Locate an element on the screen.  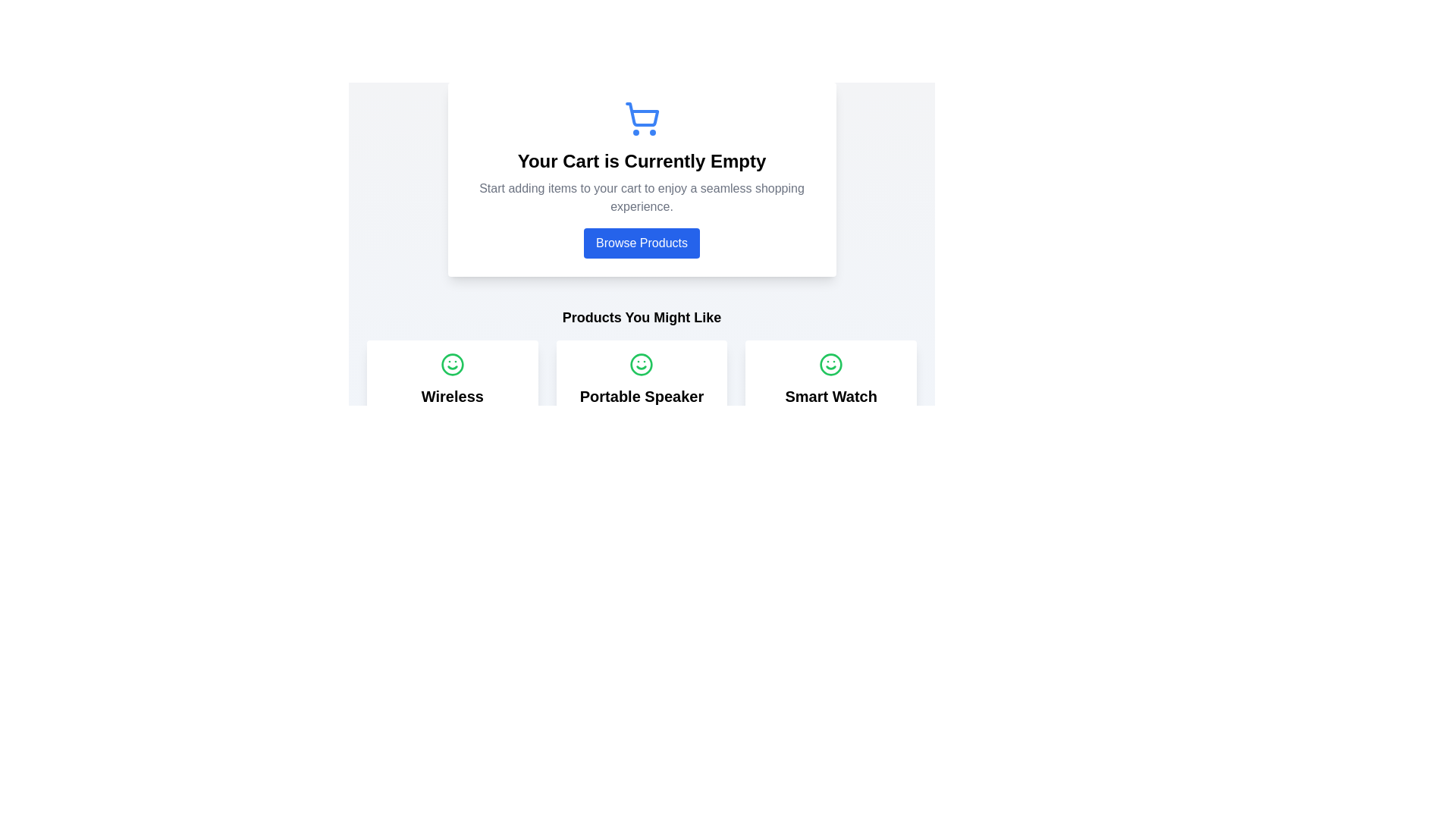
the smiley face icon styled with green color located at the top-center part of the 'Smart Watch' card is located at coordinates (830, 365).